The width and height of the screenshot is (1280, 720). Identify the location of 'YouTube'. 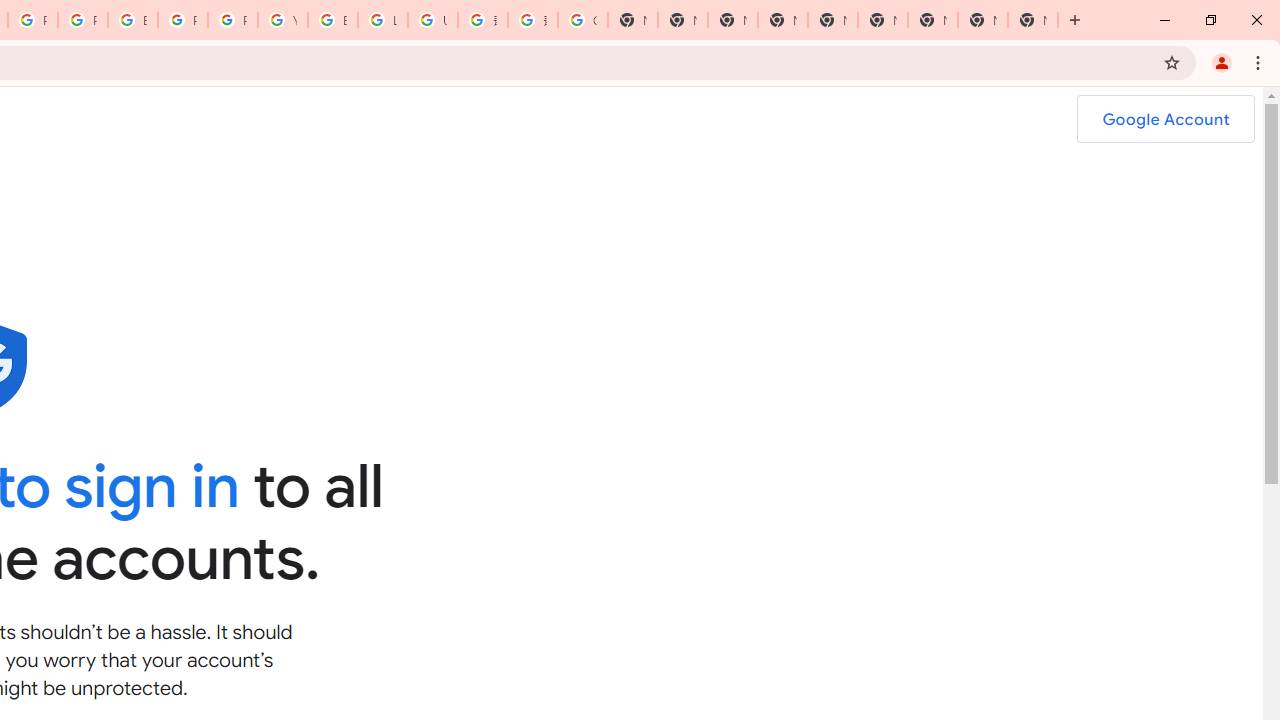
(282, 20).